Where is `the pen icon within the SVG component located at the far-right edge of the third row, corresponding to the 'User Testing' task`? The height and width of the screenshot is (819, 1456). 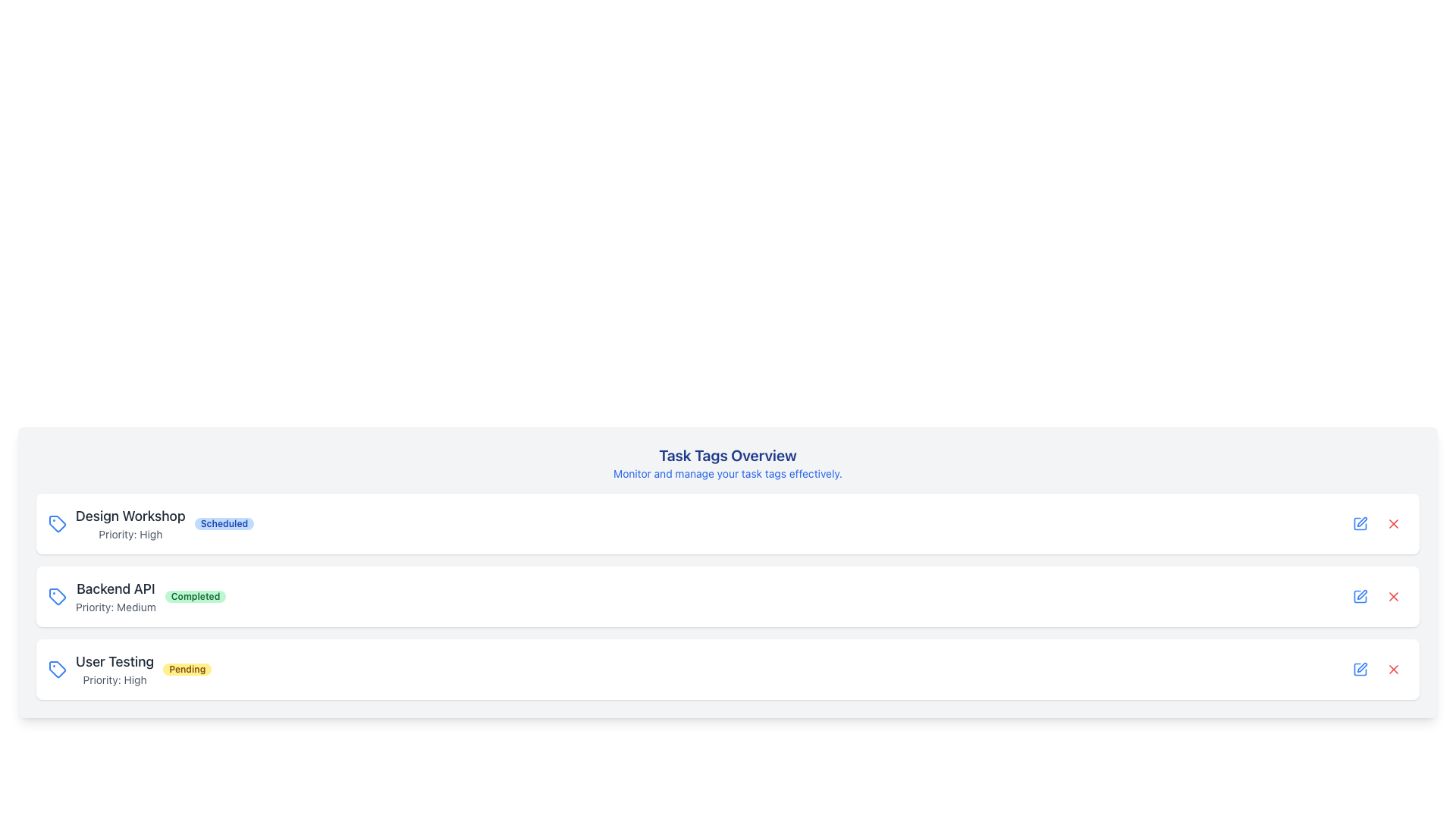 the pen icon within the SVG component located at the far-right edge of the third row, corresponding to the 'User Testing' task is located at coordinates (1362, 594).